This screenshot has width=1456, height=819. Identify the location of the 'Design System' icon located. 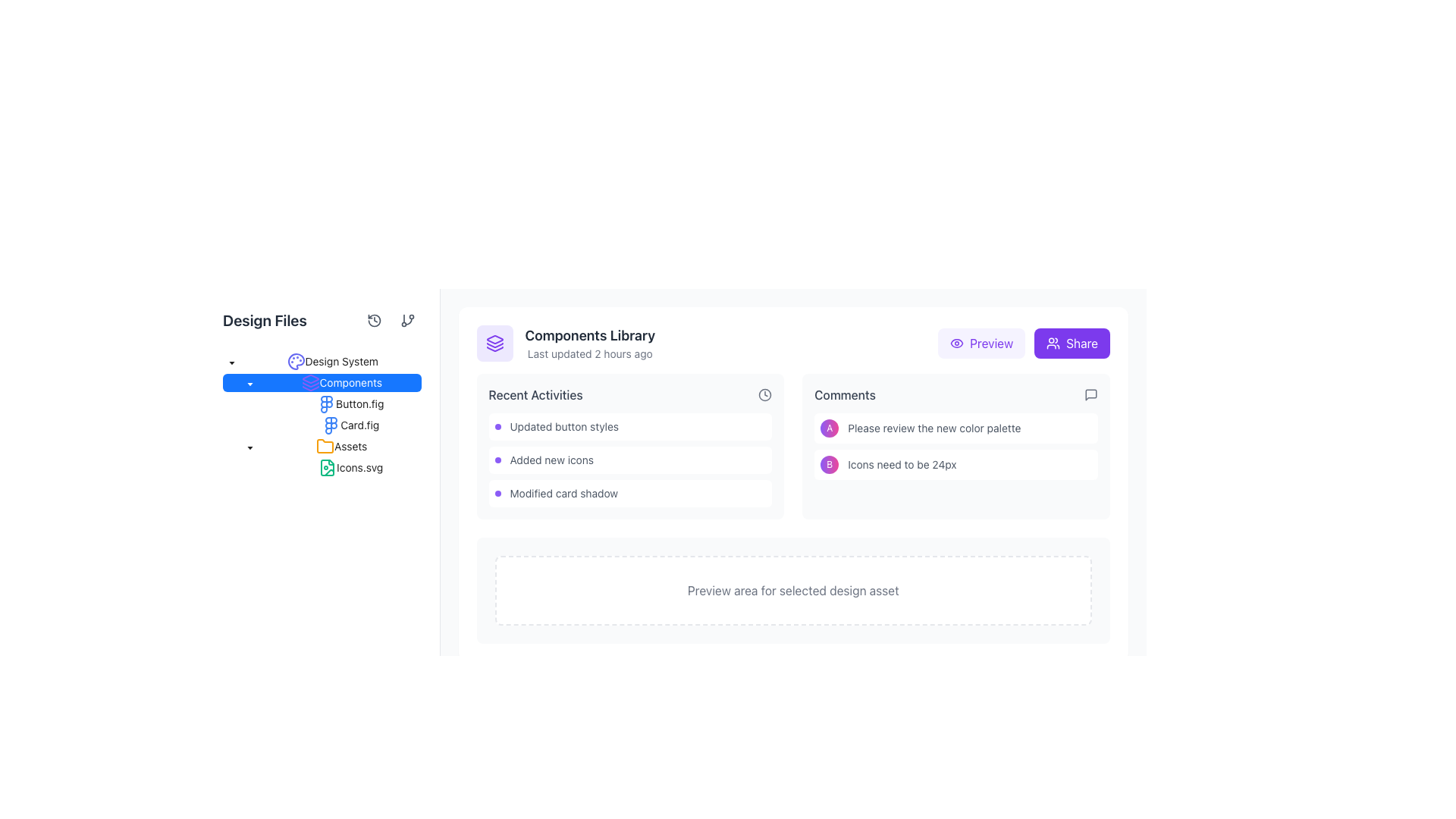
(296, 362).